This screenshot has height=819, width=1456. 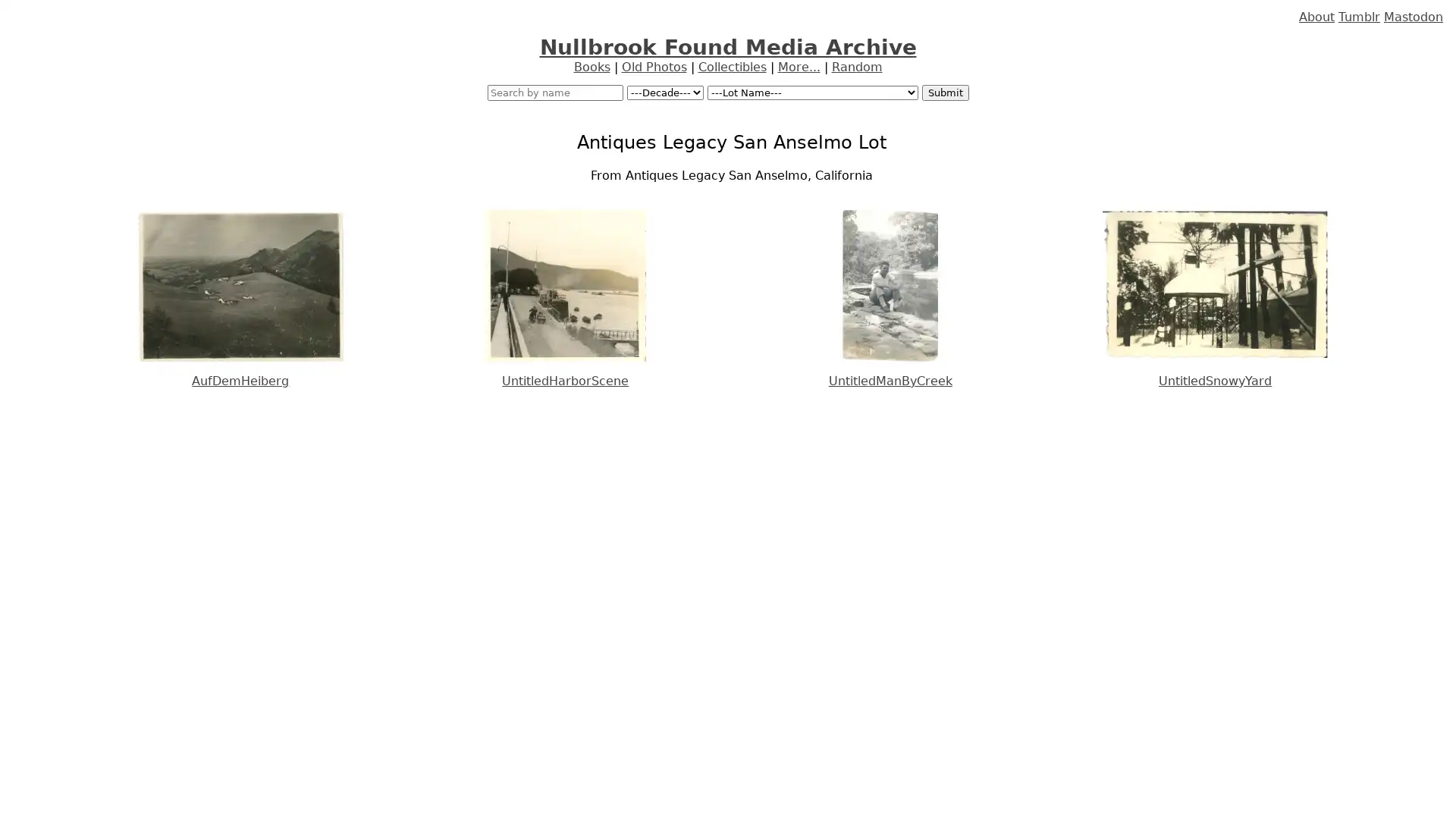 What do you see at coordinates (944, 93) in the screenshot?
I see `Submit` at bounding box center [944, 93].